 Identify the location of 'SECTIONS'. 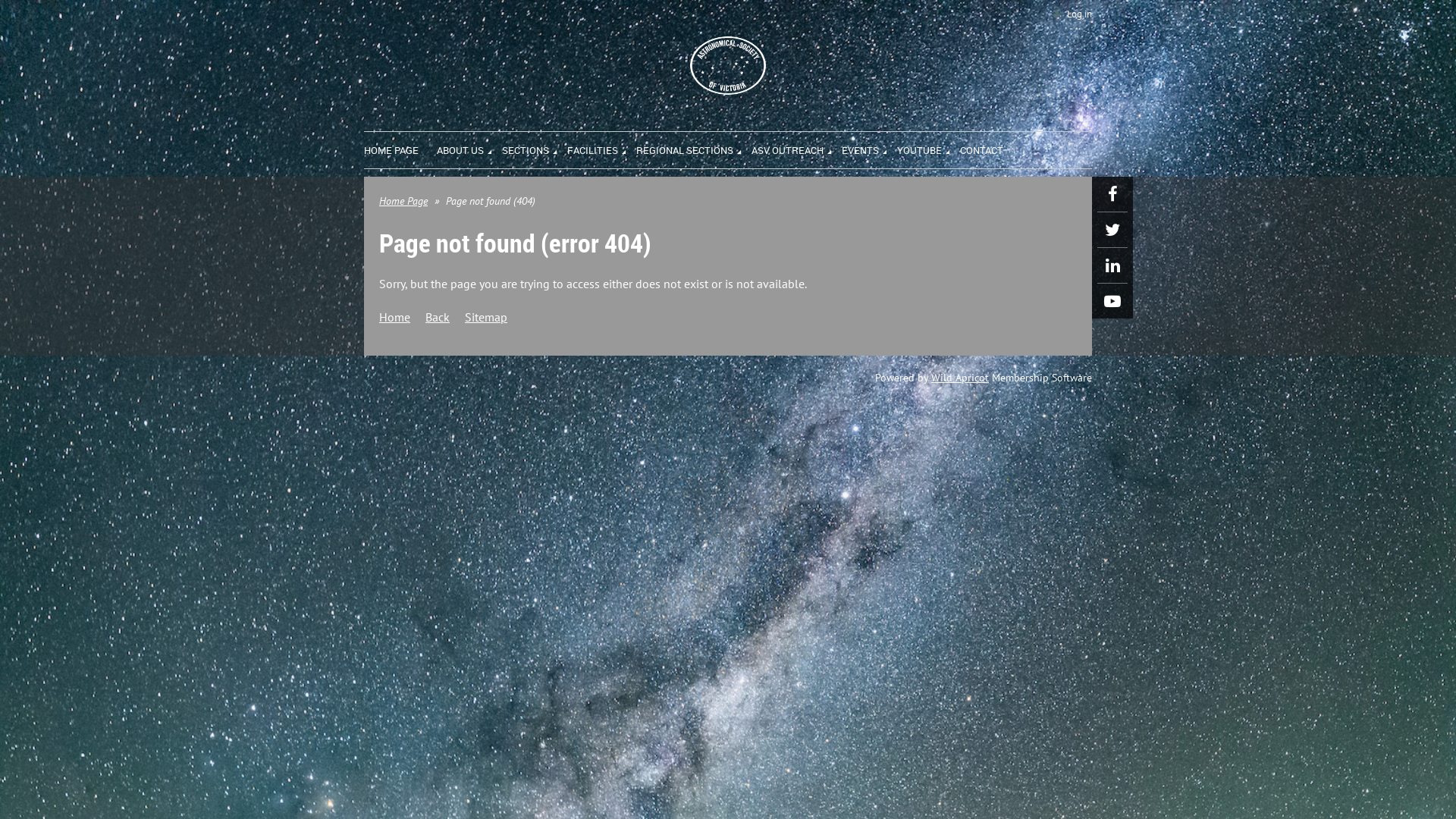
(535, 148).